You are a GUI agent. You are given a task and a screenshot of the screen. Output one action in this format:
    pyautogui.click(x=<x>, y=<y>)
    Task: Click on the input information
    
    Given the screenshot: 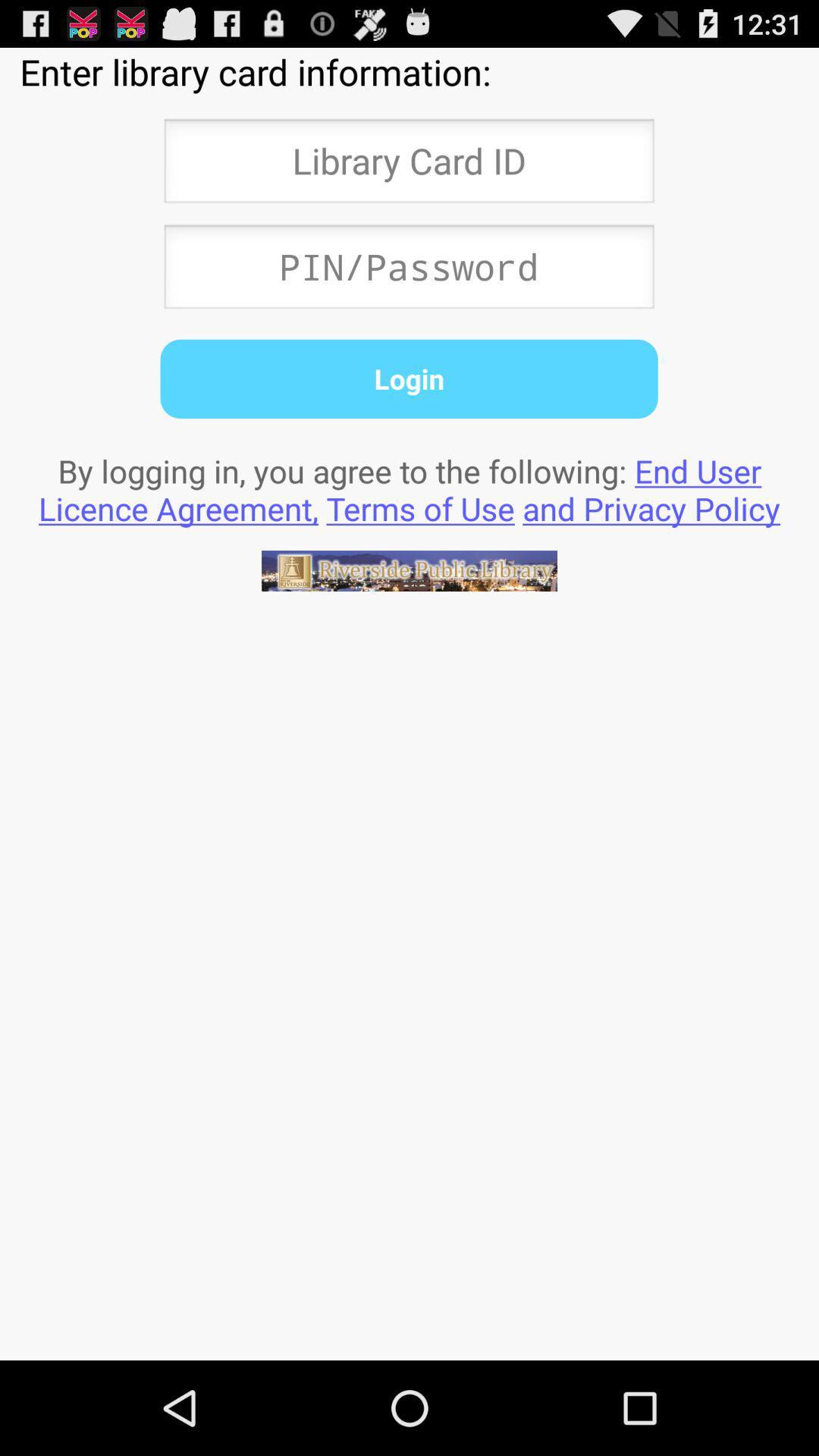 What is the action you would take?
    pyautogui.click(x=408, y=271)
    